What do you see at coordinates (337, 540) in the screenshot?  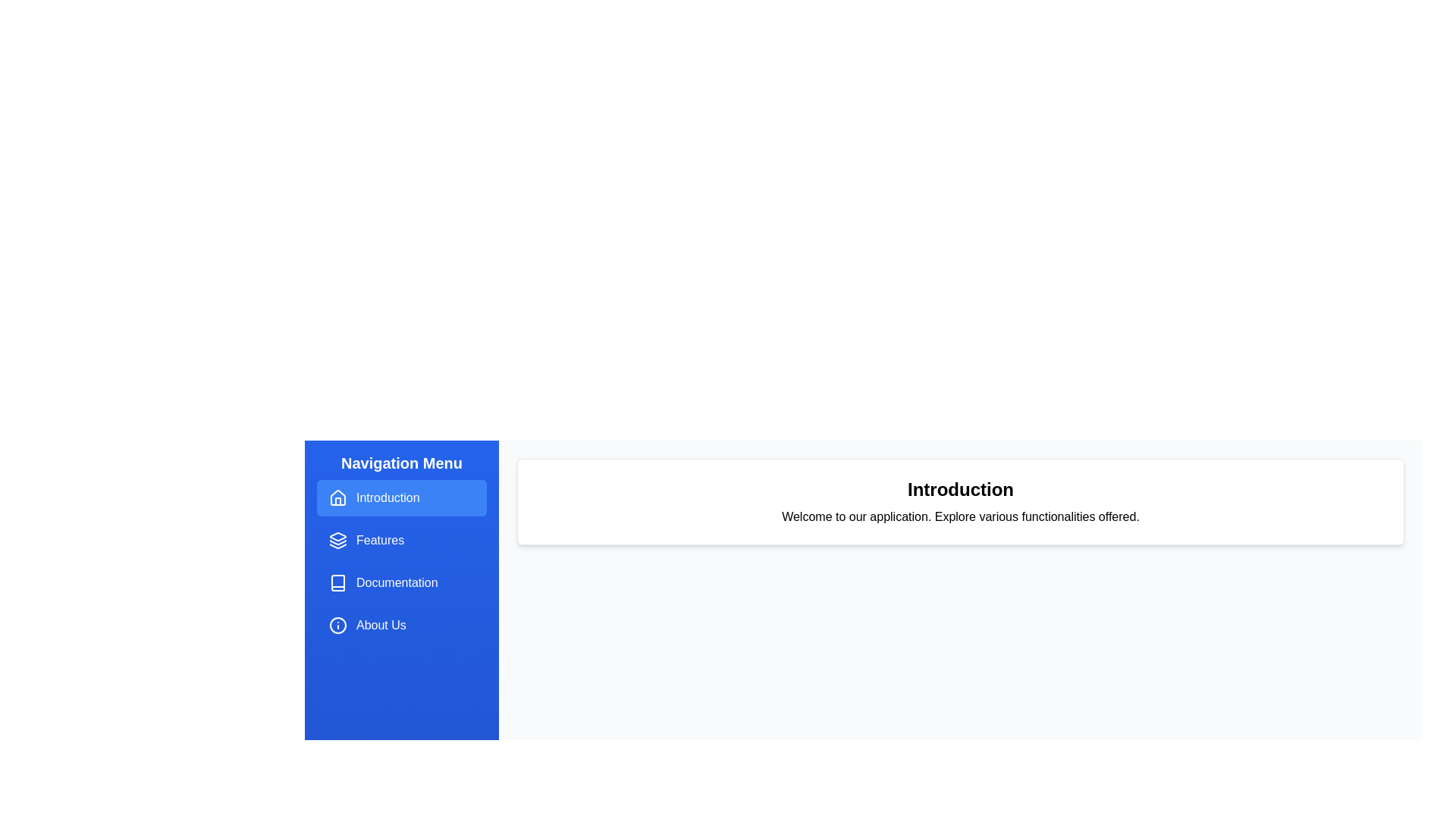 I see `the small icon resembling a stack or layers` at bounding box center [337, 540].